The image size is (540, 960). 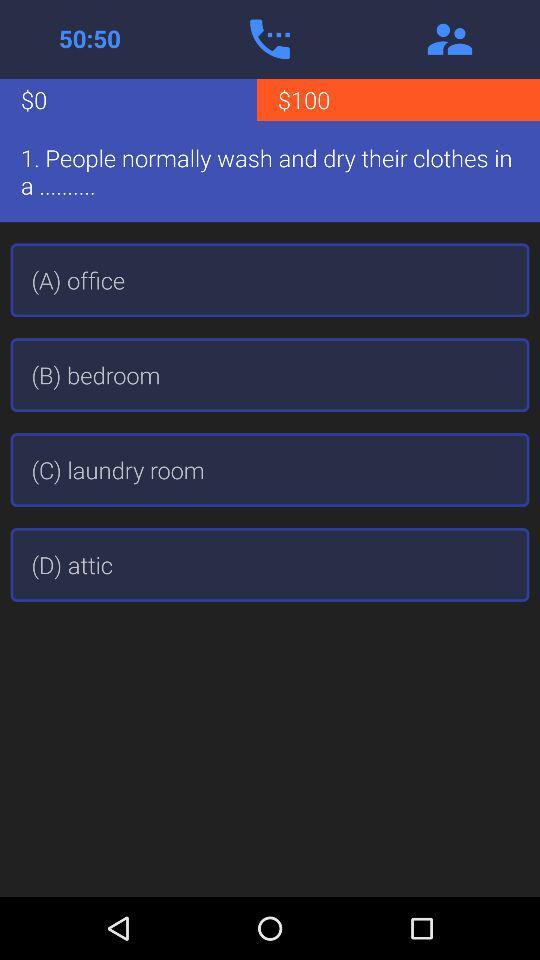 I want to click on icon above (d) attic app, so click(x=270, y=470).